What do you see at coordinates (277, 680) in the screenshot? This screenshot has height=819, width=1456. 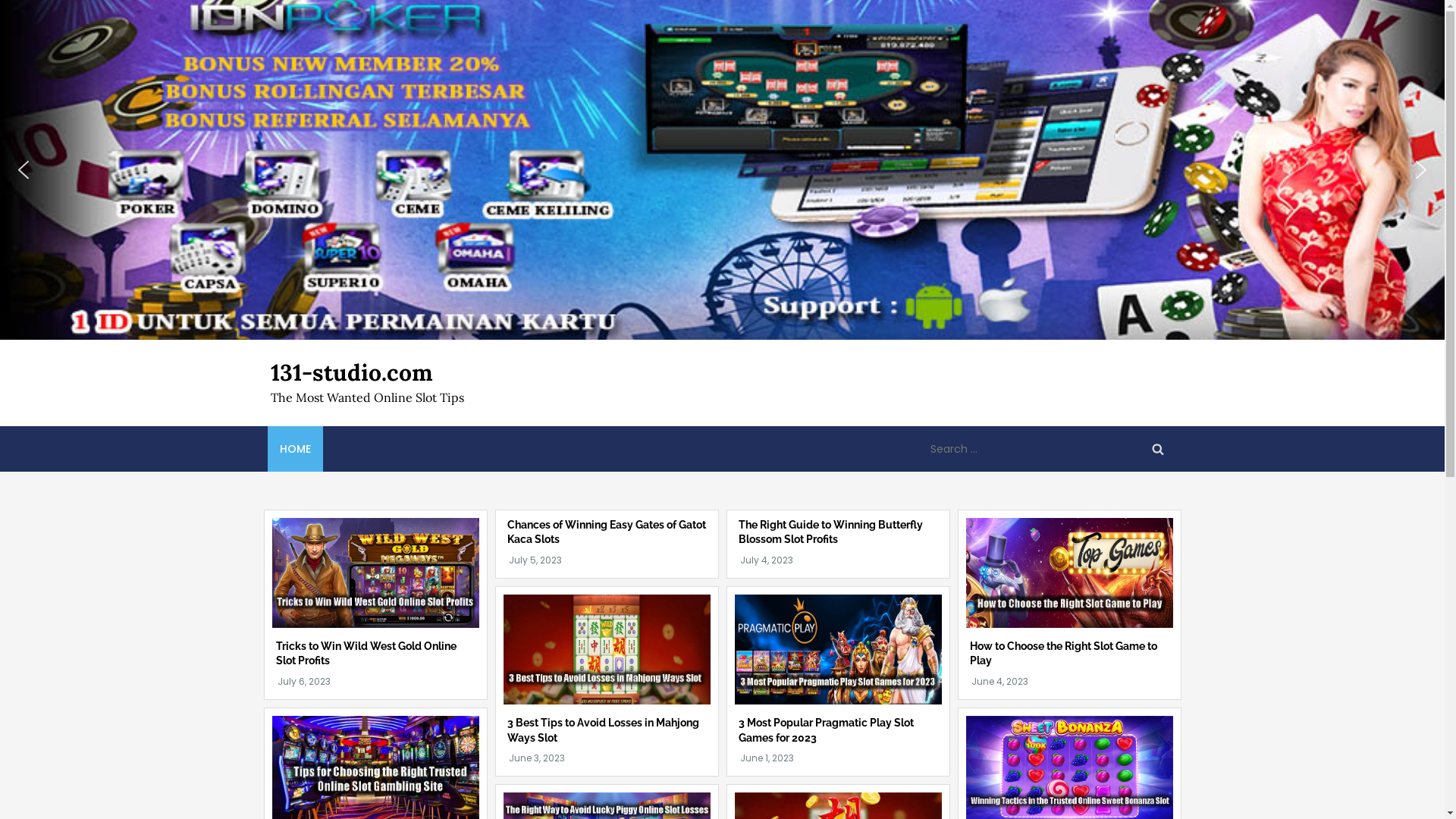 I see `'July 6, 2023'` at bounding box center [277, 680].